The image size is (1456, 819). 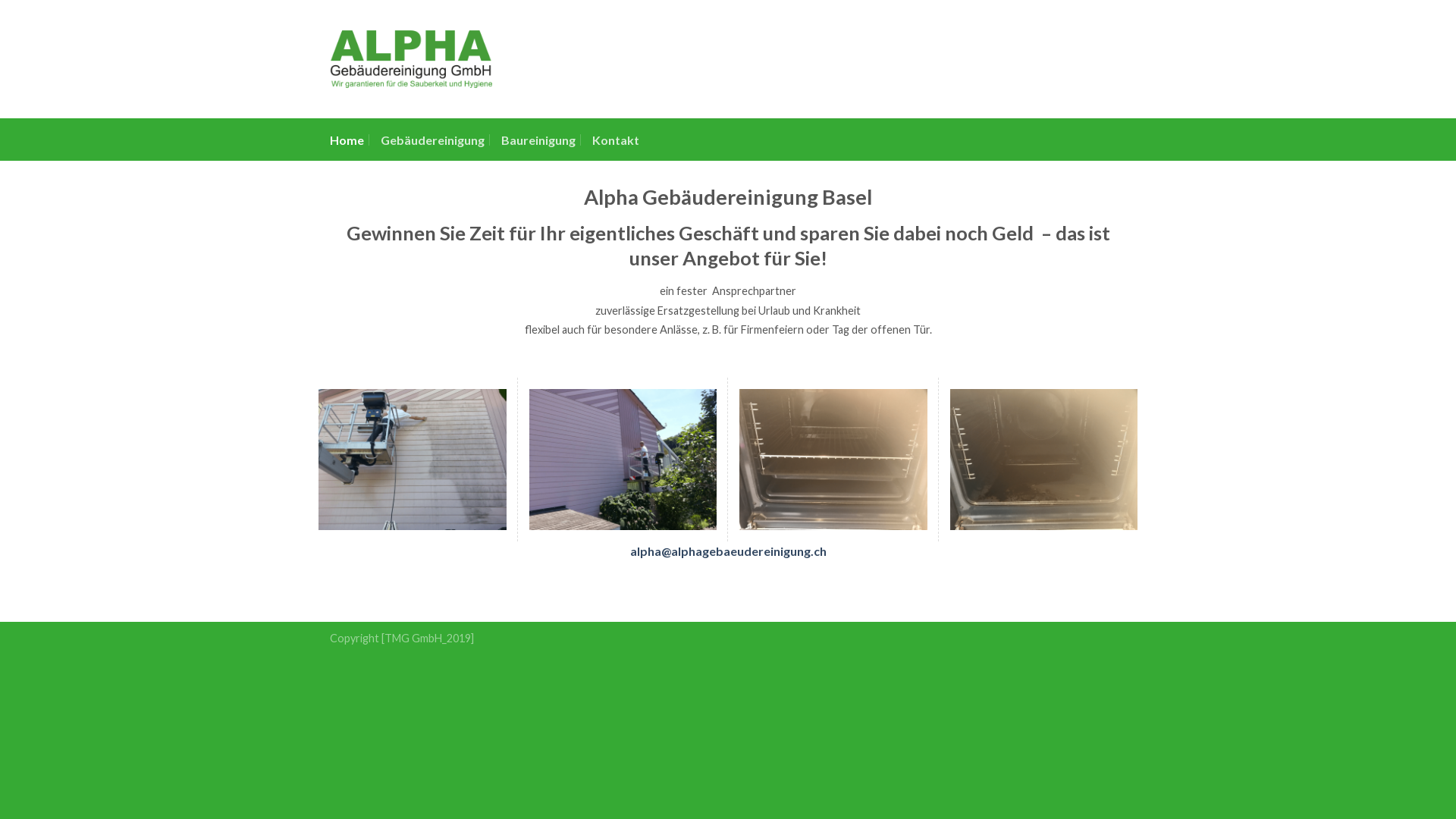 What do you see at coordinates (726, 551) in the screenshot?
I see `'alpha@alphagebaeudereinigung.ch'` at bounding box center [726, 551].